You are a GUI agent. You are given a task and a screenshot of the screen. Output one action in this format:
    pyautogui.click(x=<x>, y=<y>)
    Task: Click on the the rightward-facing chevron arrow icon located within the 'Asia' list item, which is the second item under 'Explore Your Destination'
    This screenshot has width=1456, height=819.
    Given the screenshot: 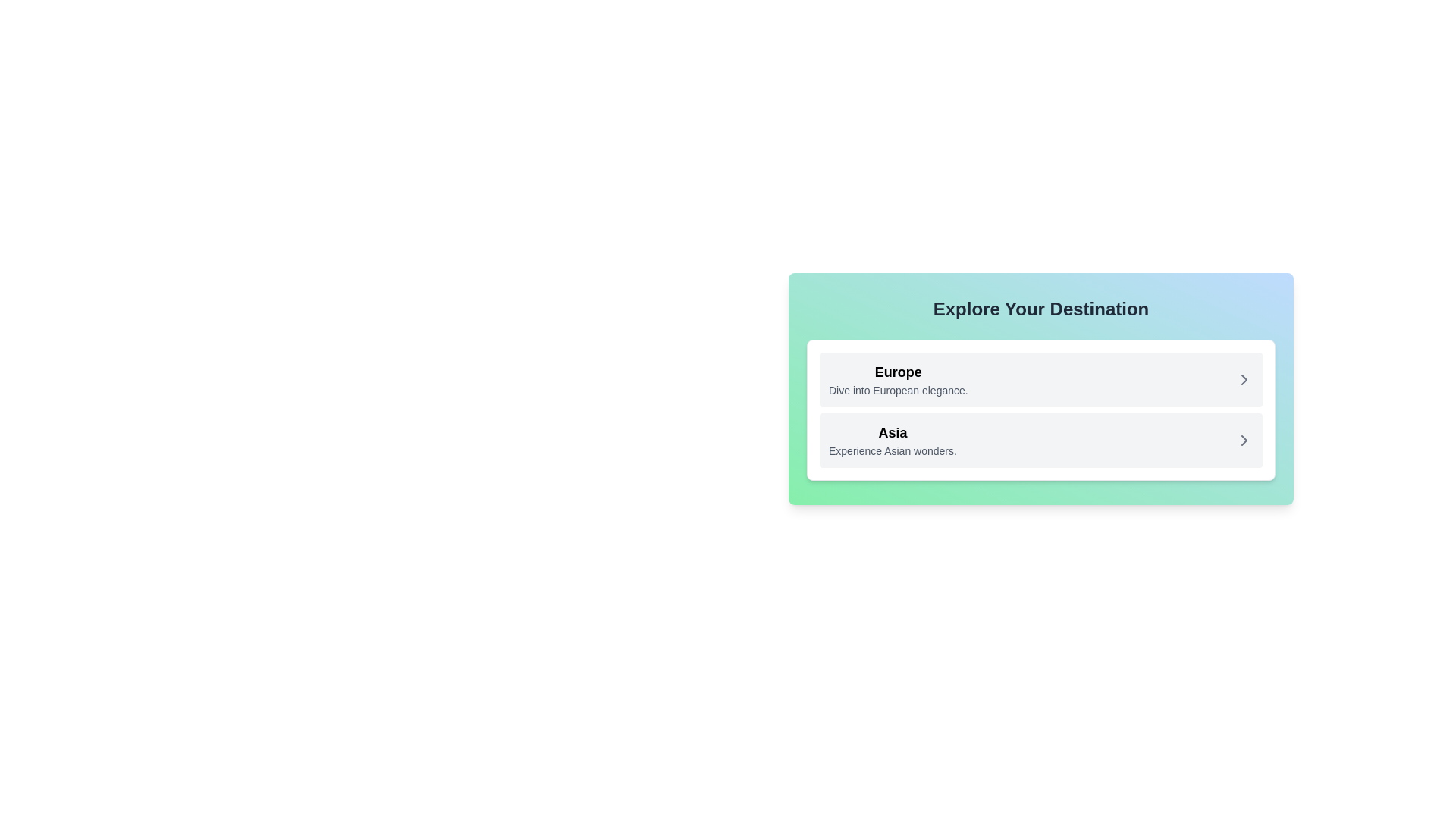 What is the action you would take?
    pyautogui.click(x=1244, y=441)
    